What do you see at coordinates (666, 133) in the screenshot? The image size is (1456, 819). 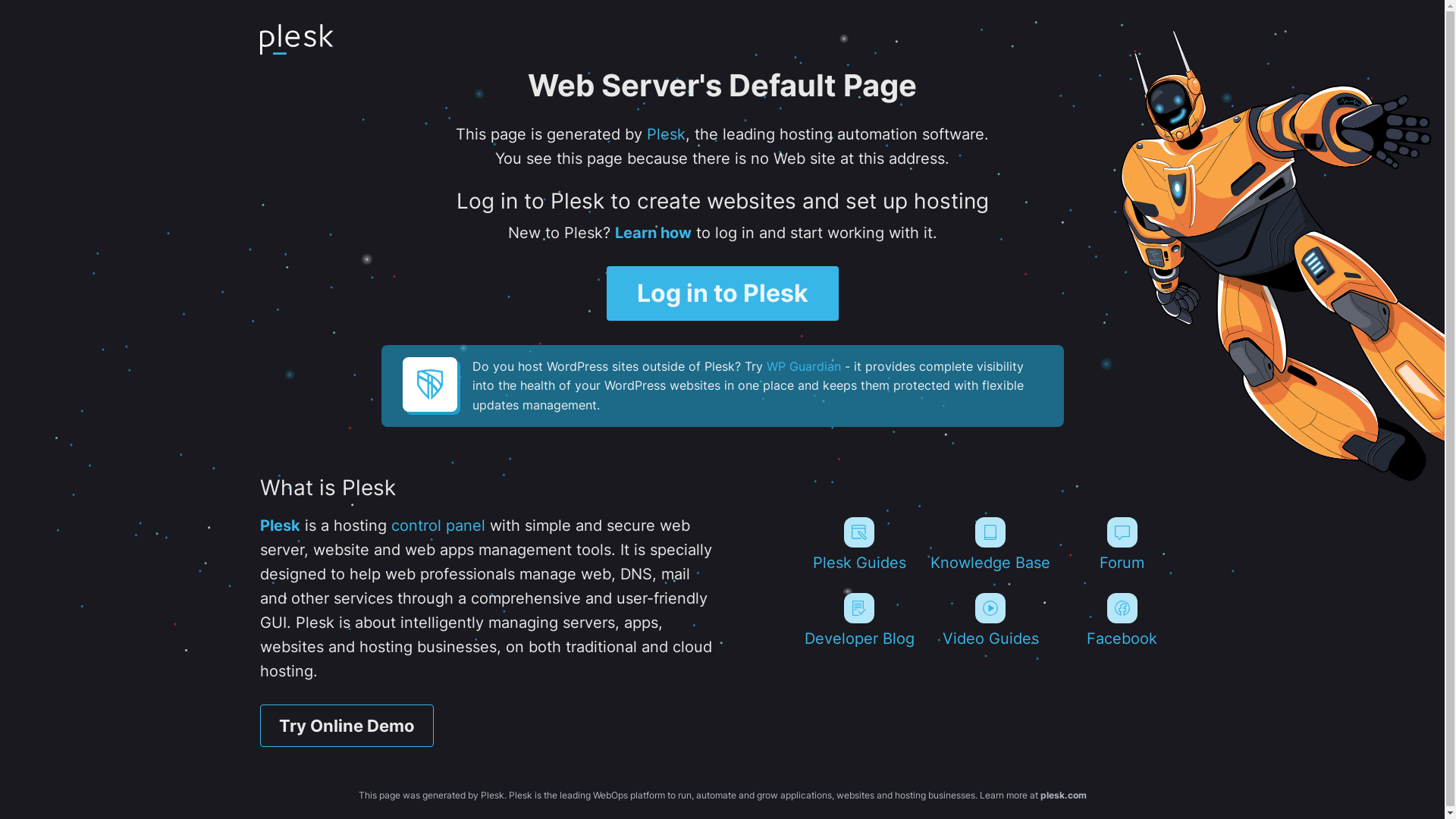 I see `'Plesk'` at bounding box center [666, 133].